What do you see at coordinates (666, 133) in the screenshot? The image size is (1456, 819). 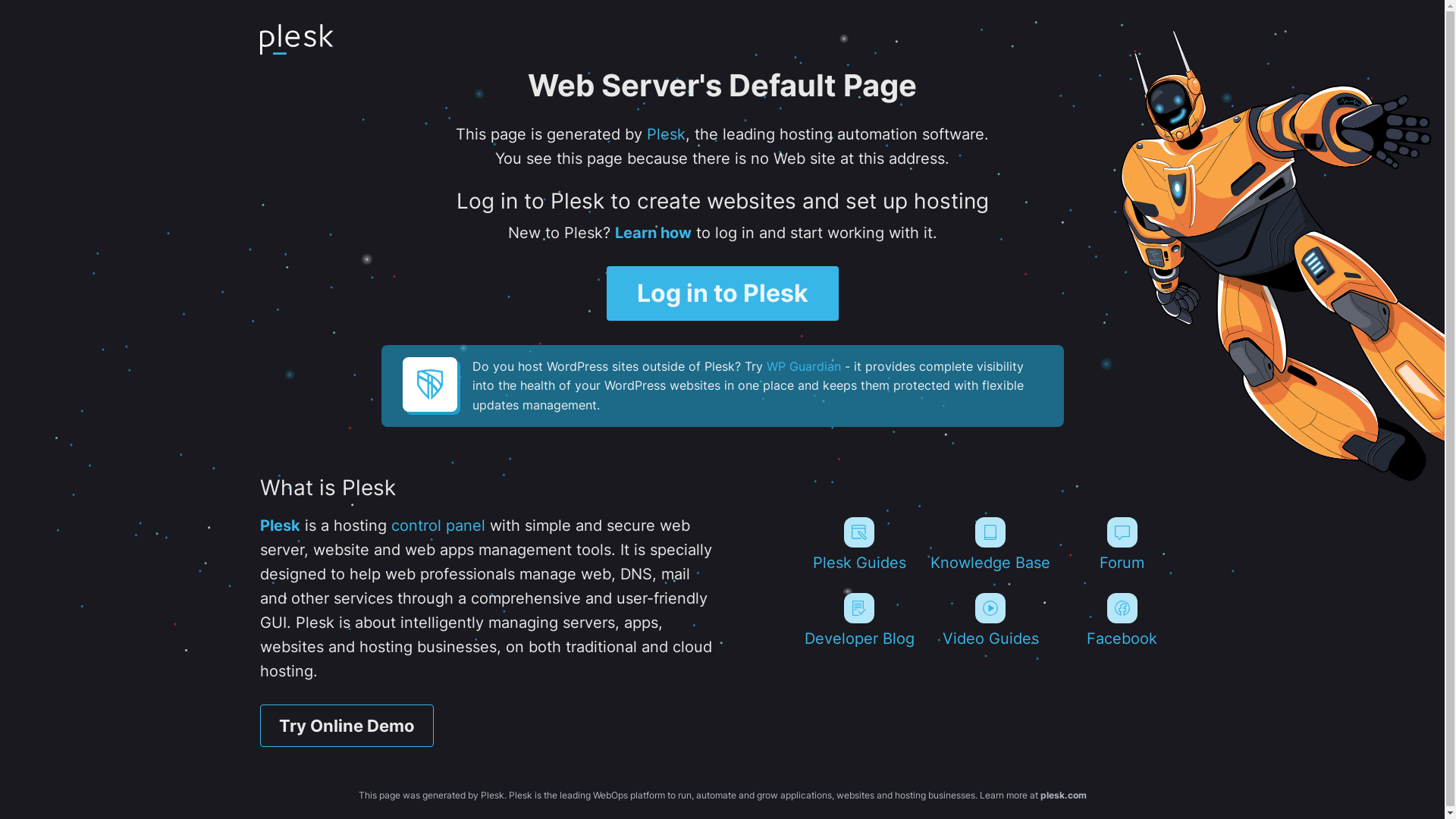 I see `'Plesk'` at bounding box center [666, 133].